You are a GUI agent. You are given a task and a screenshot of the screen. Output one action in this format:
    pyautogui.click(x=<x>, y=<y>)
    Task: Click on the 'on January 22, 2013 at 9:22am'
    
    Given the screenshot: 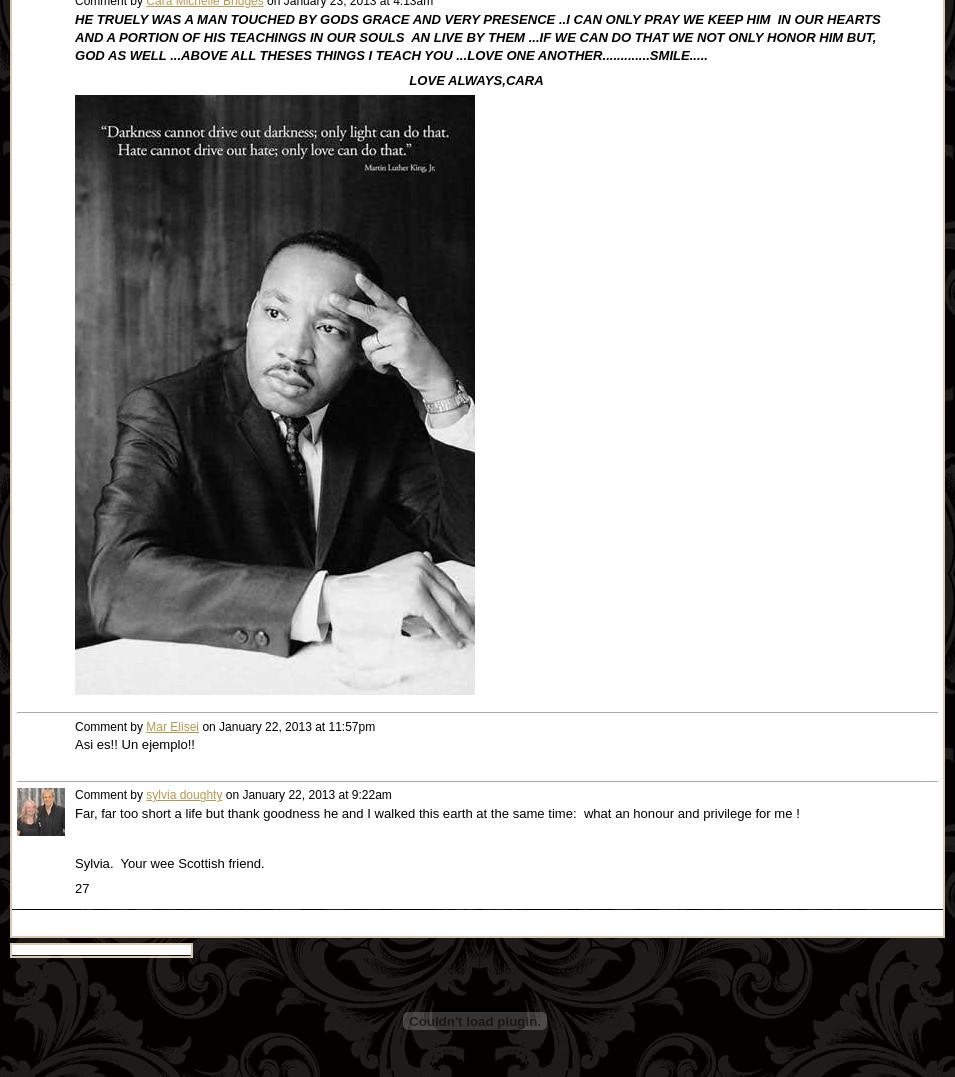 What is the action you would take?
    pyautogui.click(x=306, y=795)
    